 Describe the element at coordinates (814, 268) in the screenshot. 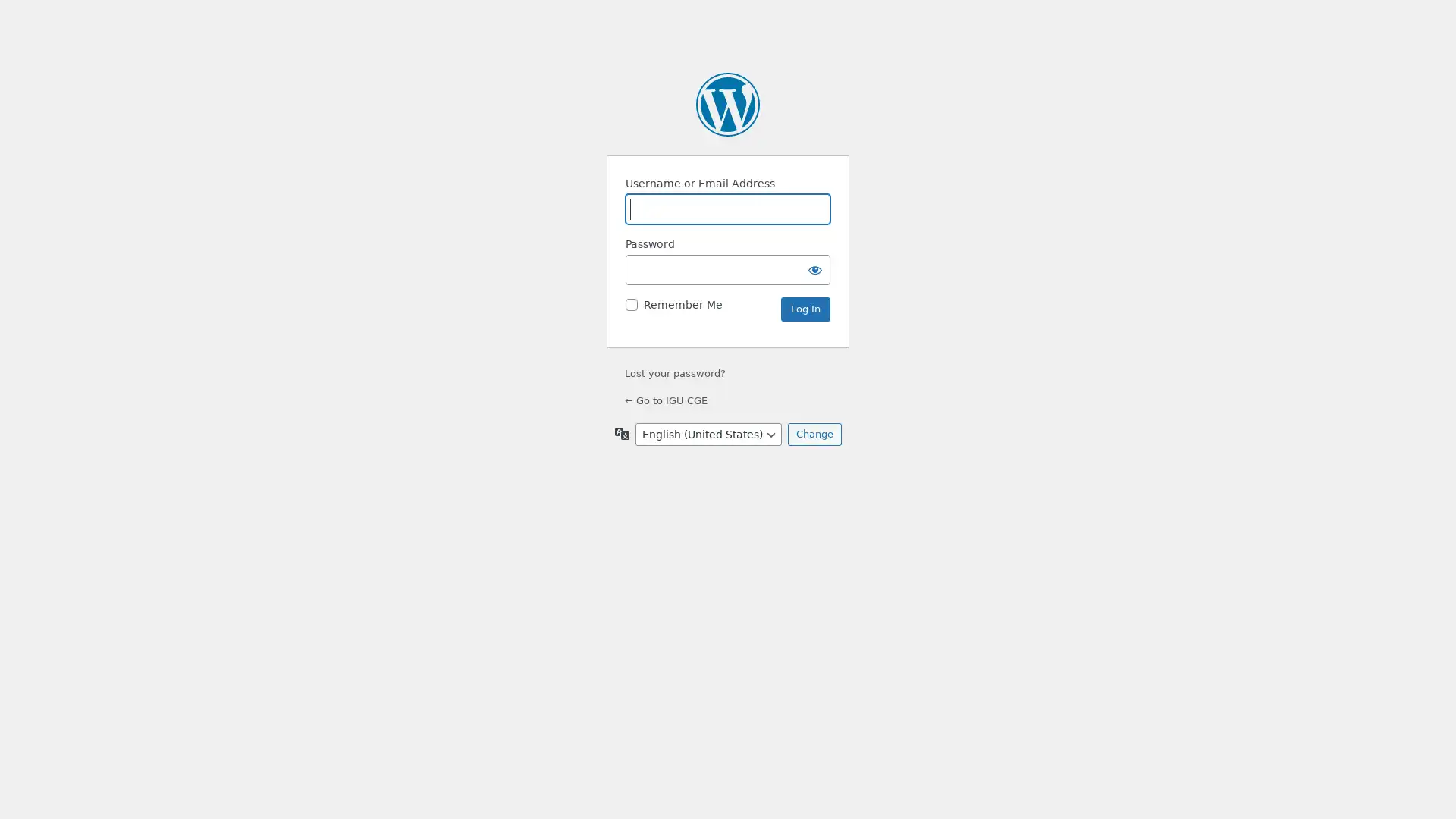

I see `Show password` at that location.